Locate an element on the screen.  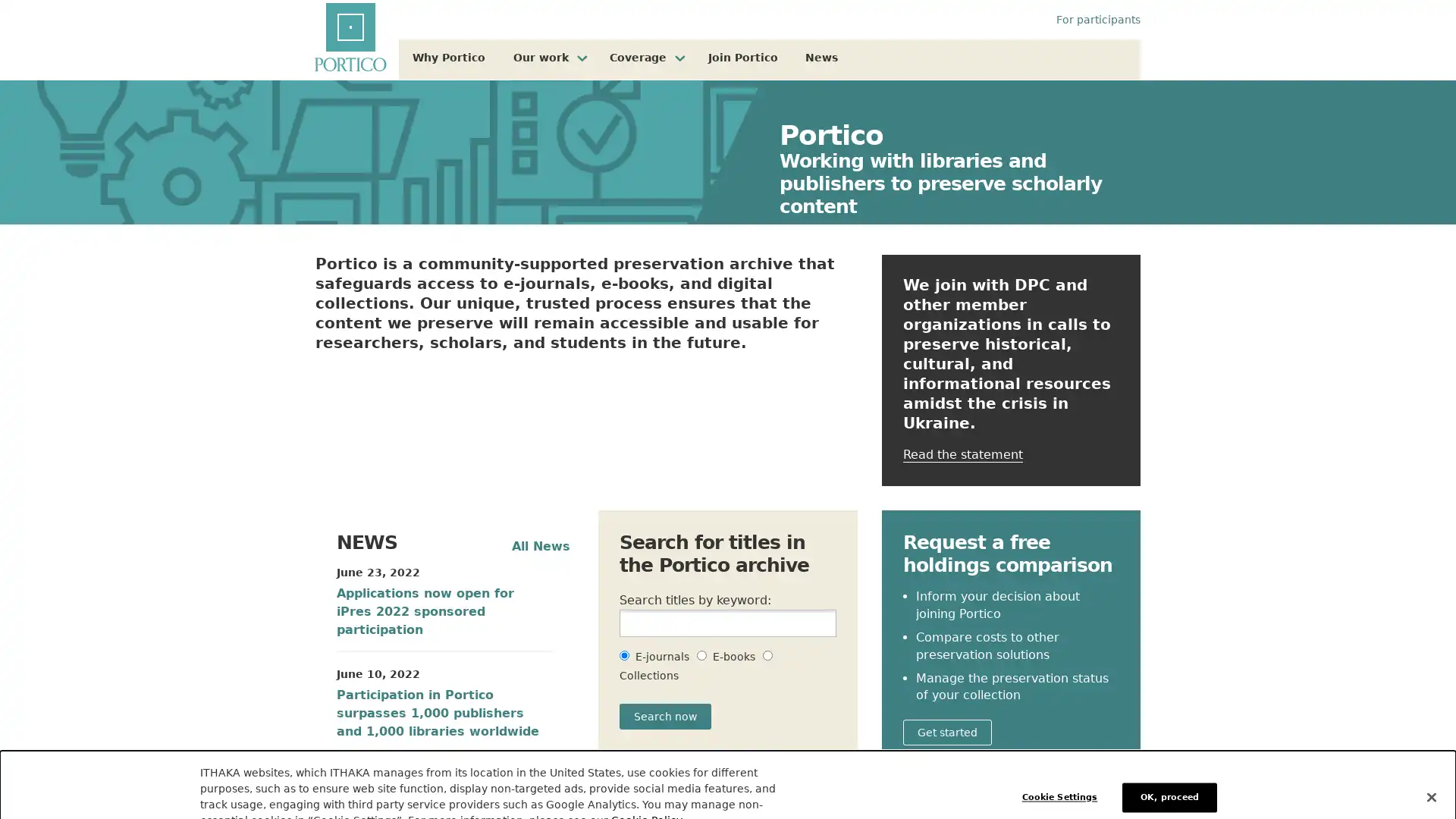
Close is located at coordinates (1430, 770).